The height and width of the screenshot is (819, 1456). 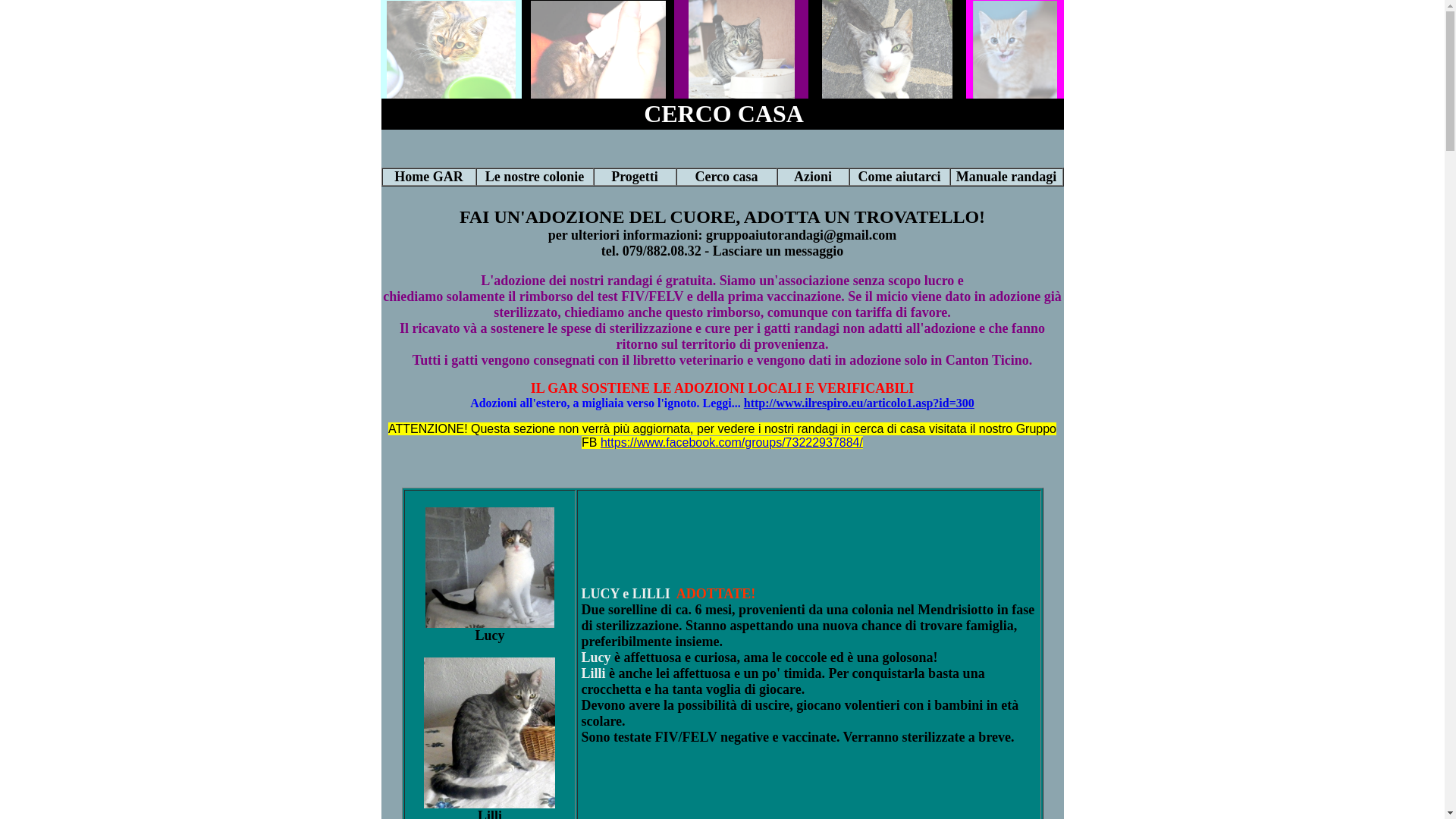 What do you see at coordinates (725, 175) in the screenshot?
I see `'Cerco casa'` at bounding box center [725, 175].